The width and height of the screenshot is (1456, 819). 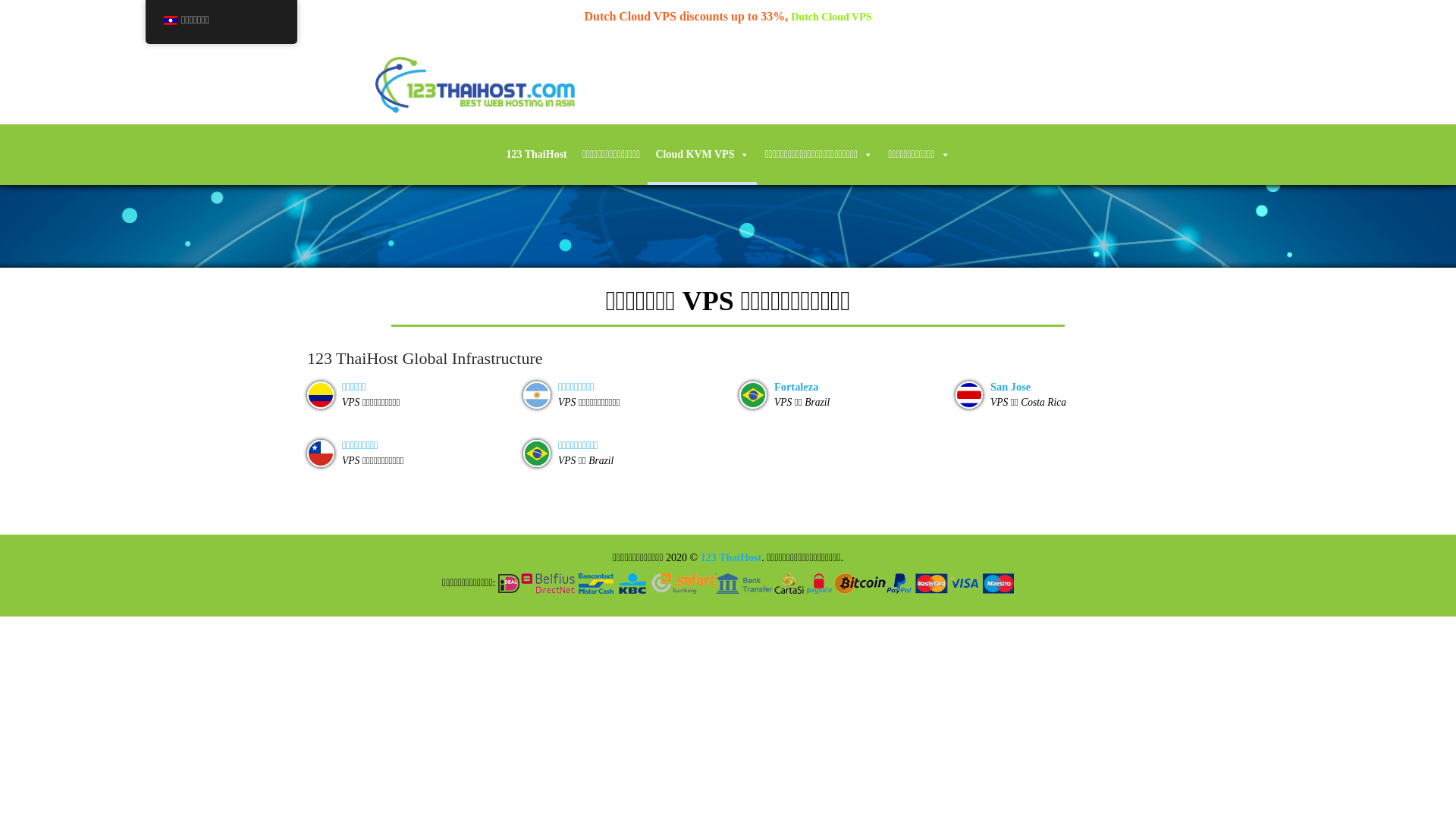 I want to click on 'Cloud KVM VPS', so click(x=701, y=155).